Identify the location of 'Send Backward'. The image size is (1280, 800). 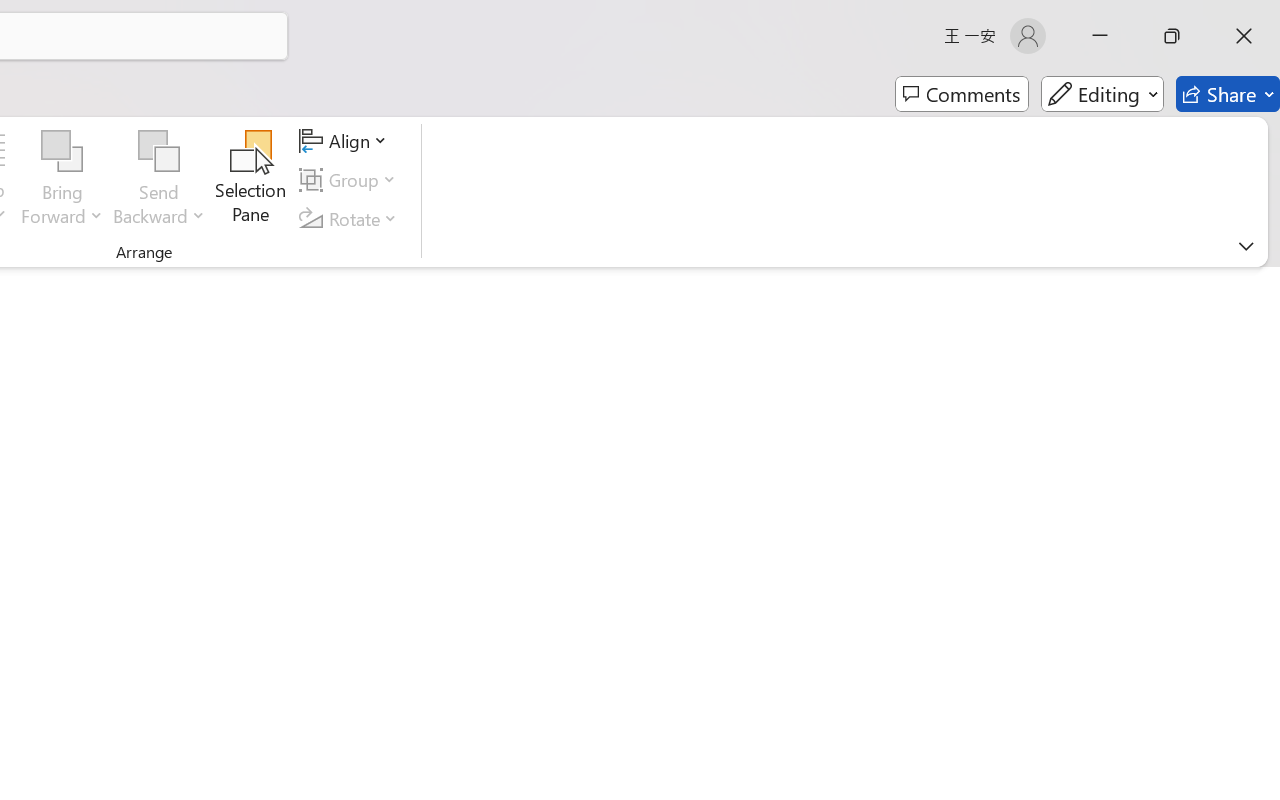
(158, 151).